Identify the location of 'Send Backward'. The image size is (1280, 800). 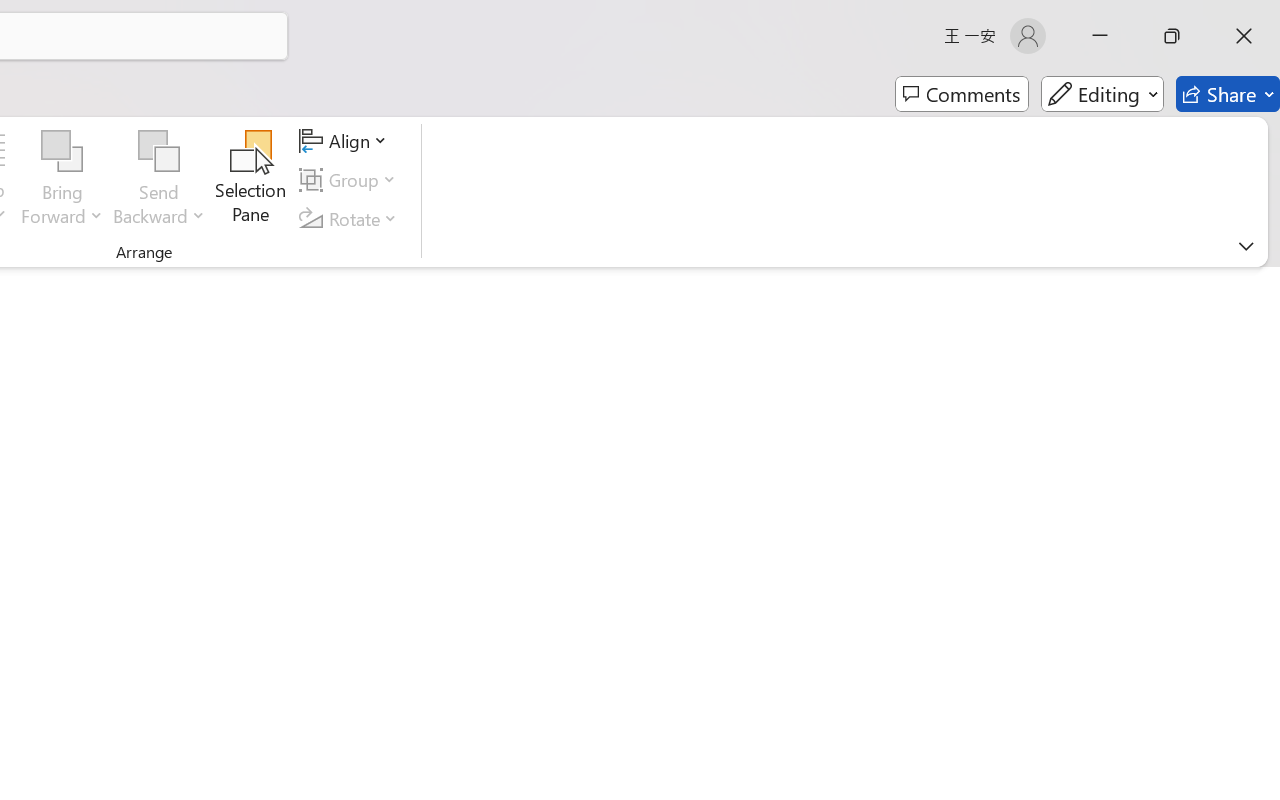
(158, 151).